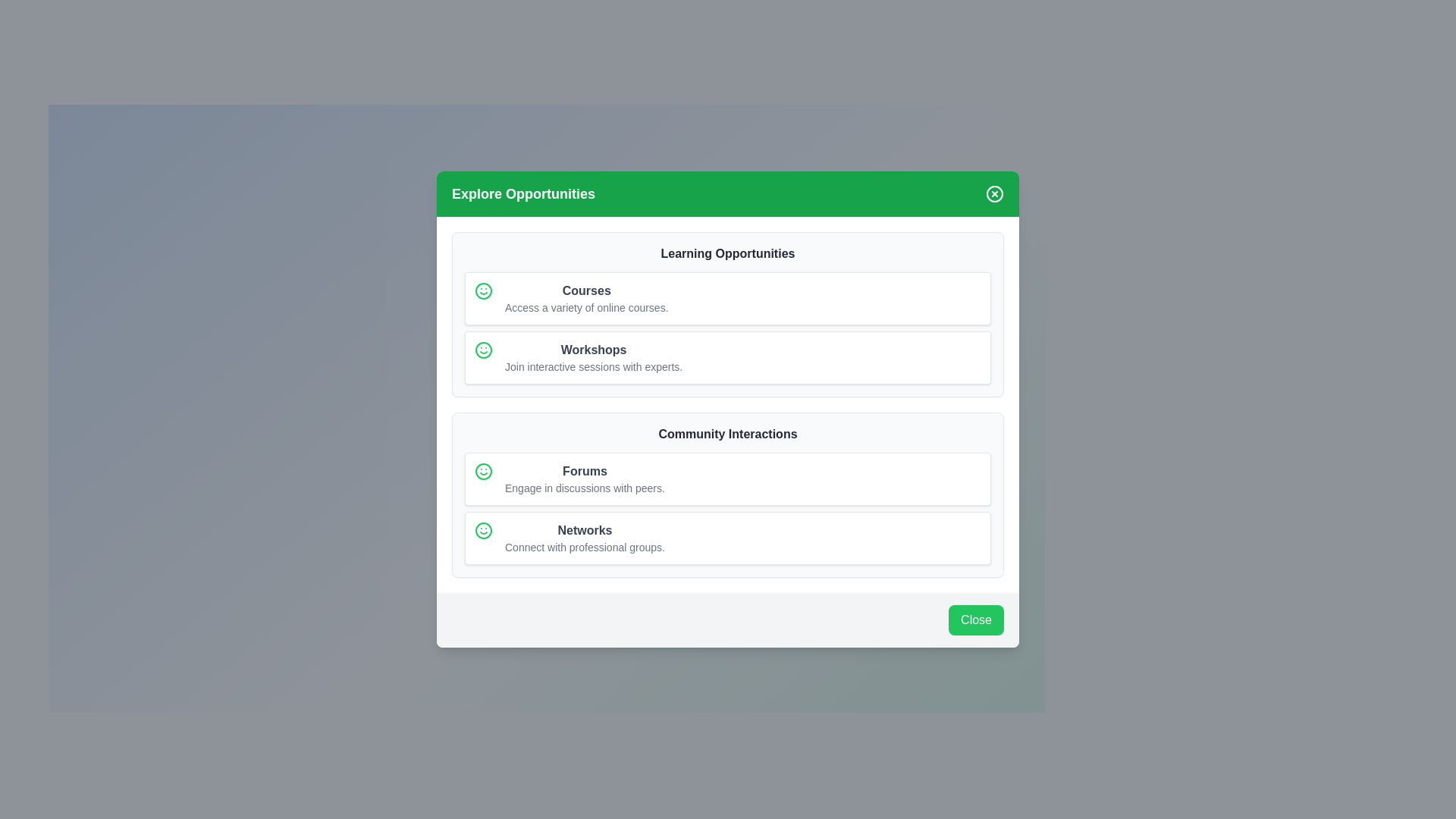 Image resolution: width=1456 pixels, height=819 pixels. What do you see at coordinates (976, 620) in the screenshot?
I see `the close button located at the bottom-right corner of the modal` at bounding box center [976, 620].